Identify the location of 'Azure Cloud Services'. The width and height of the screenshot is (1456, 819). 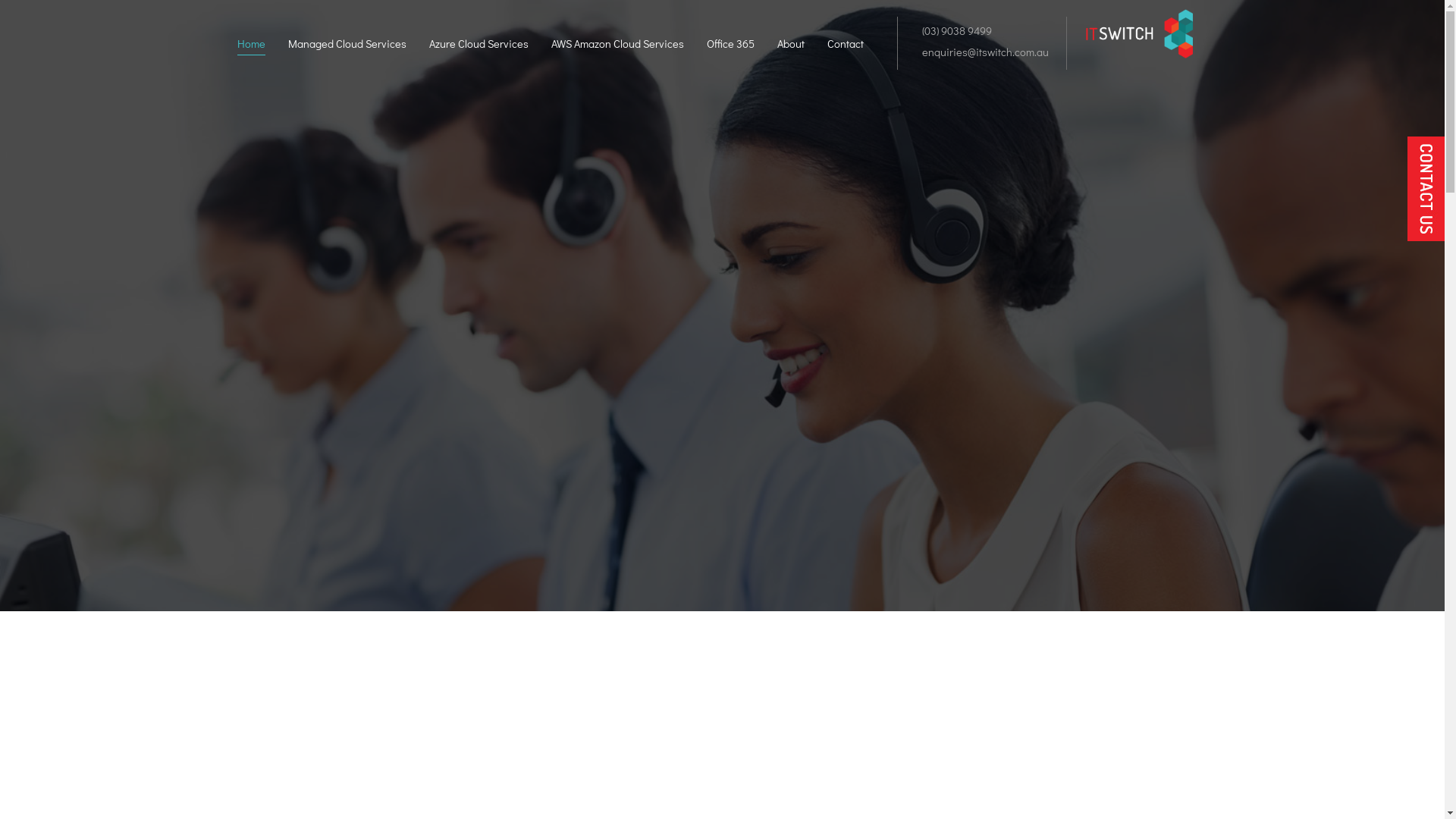
(428, 45).